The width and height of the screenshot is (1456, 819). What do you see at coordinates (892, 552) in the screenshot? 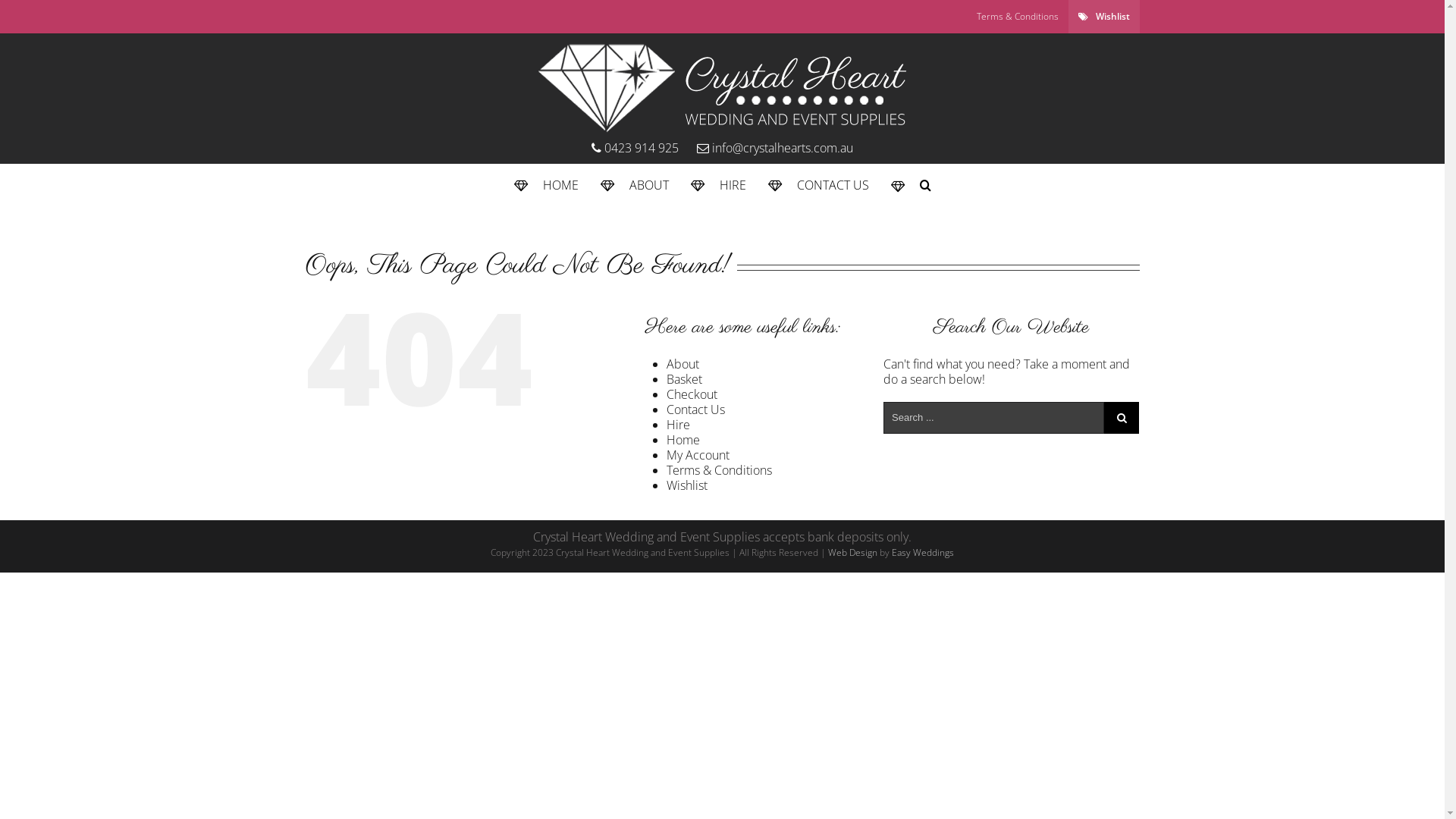
I see `'Easy Weddings'` at bounding box center [892, 552].